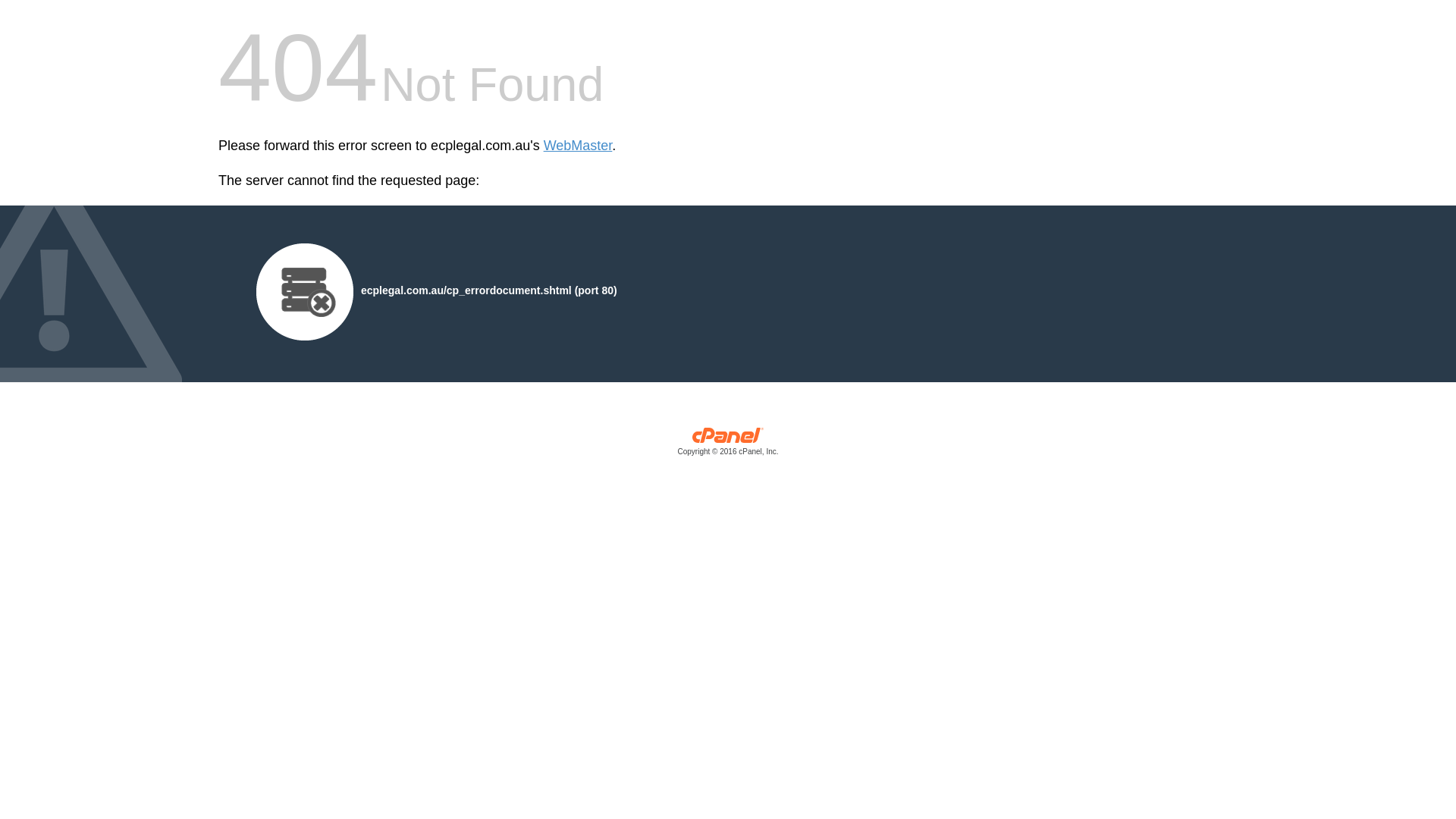 Image resolution: width=1456 pixels, height=819 pixels. Describe the element at coordinates (577, 146) in the screenshot. I see `'WebMaster'` at that location.